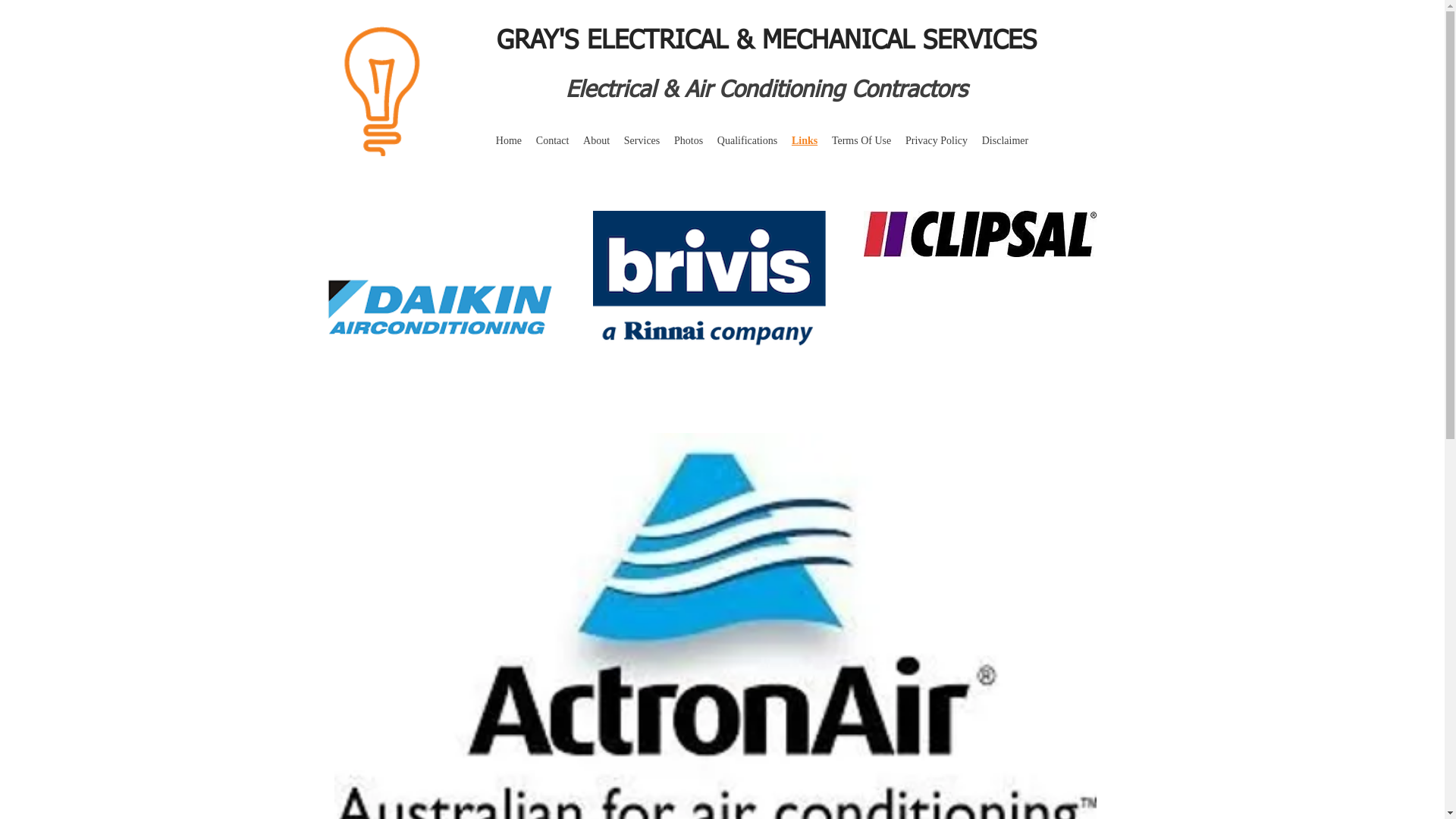 This screenshot has height=819, width=1456. Describe the element at coordinates (688, 140) in the screenshot. I see `'Photos'` at that location.